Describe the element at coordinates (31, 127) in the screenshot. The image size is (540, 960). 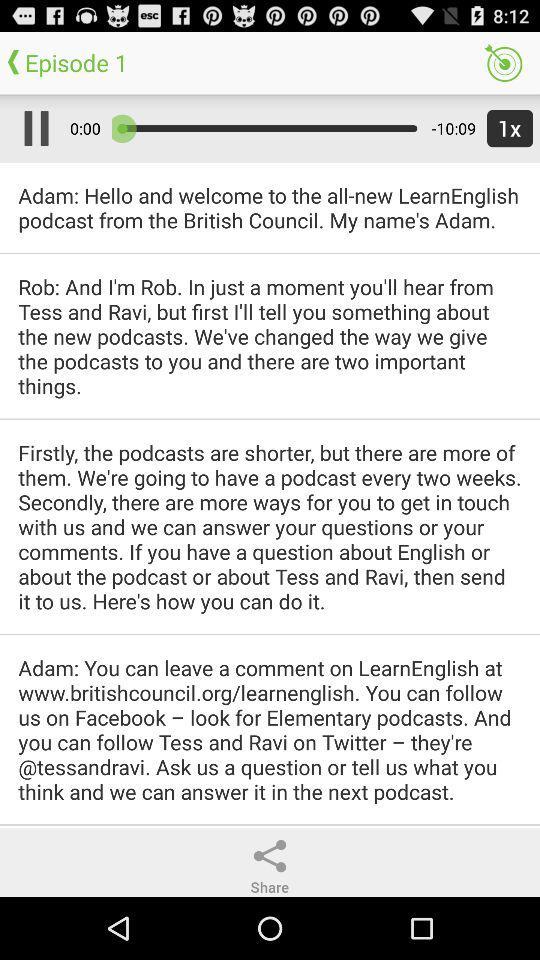
I see `pauses the audio playback` at that location.